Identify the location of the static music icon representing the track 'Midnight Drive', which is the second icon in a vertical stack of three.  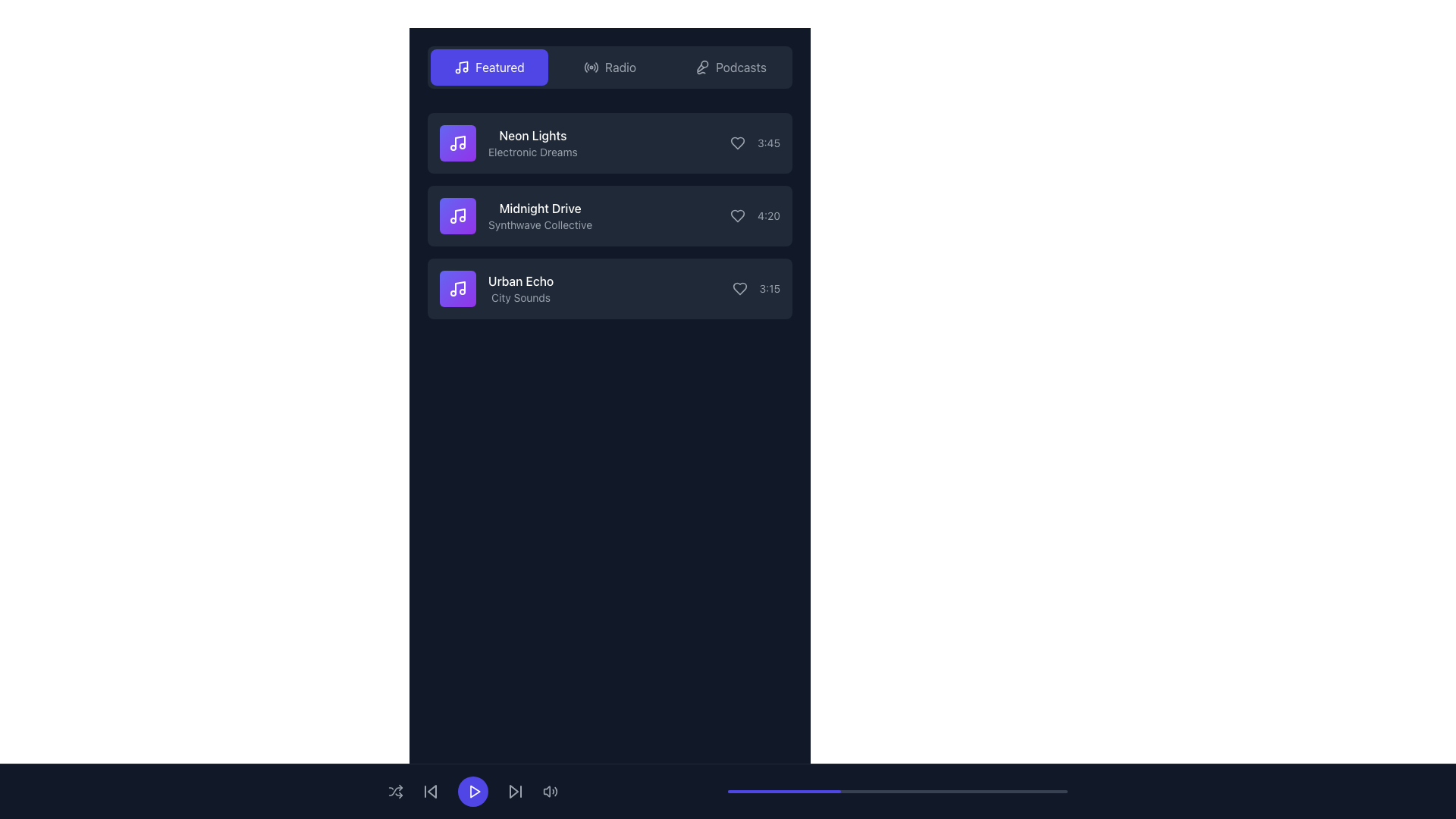
(457, 216).